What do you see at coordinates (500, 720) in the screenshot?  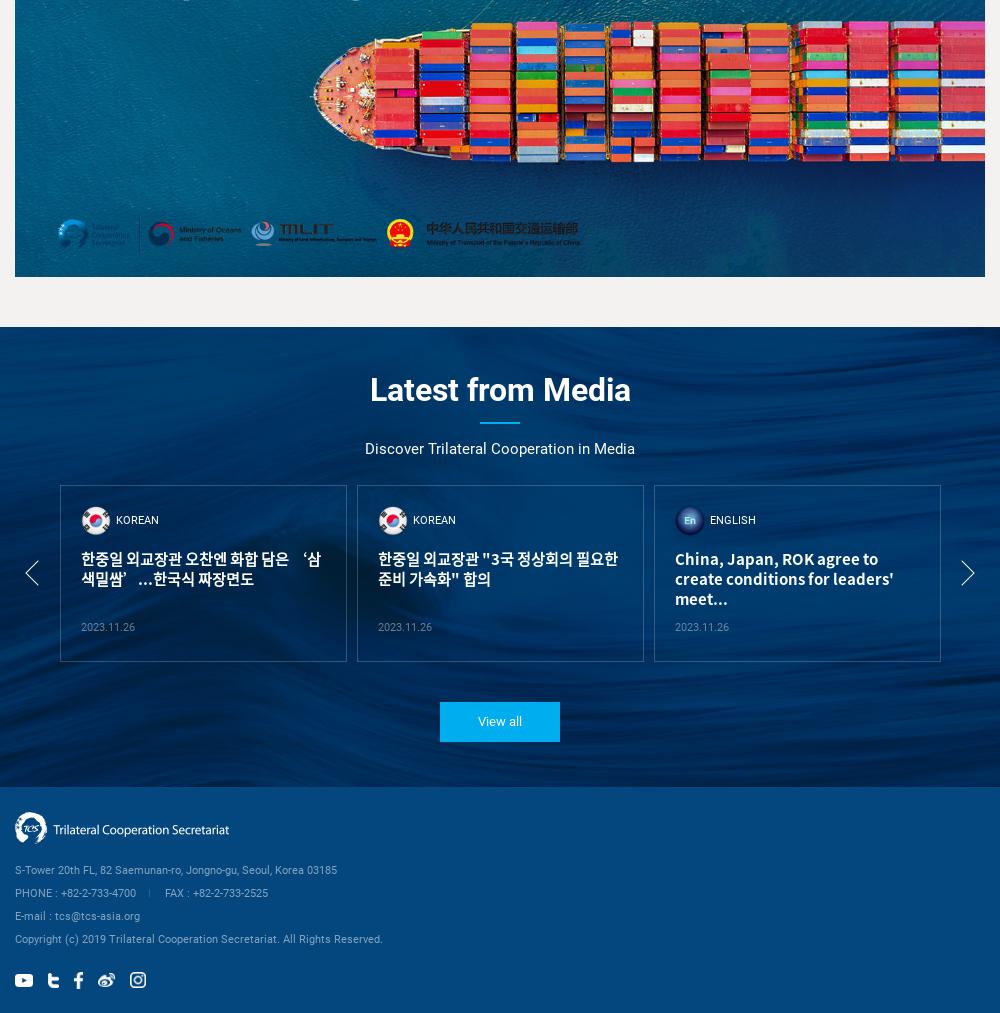 I see `'View all'` at bounding box center [500, 720].